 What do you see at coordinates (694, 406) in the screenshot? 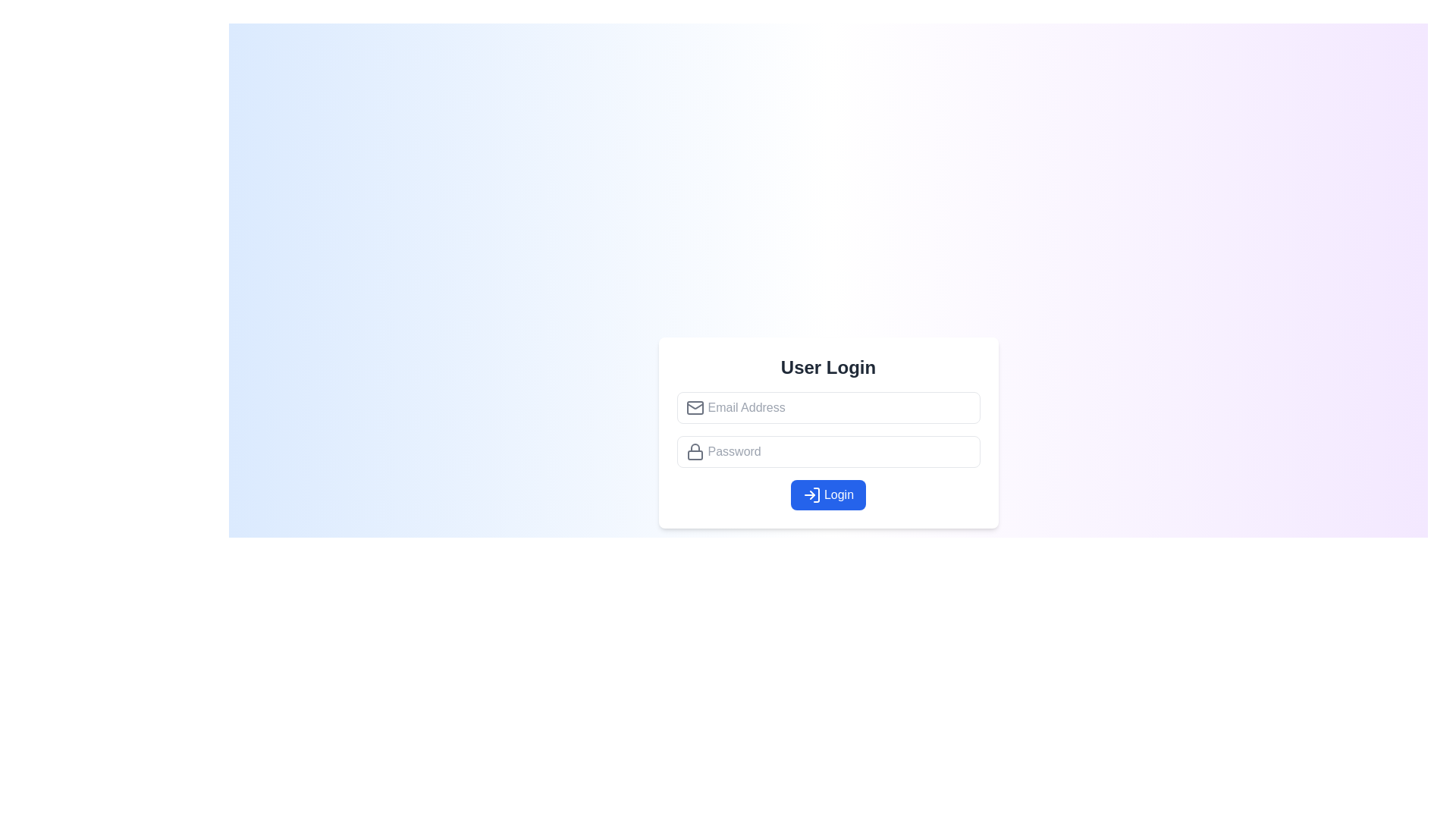
I see `the small gray envelope icon located to the left of the 'Email Address' input field in the user login form` at bounding box center [694, 406].